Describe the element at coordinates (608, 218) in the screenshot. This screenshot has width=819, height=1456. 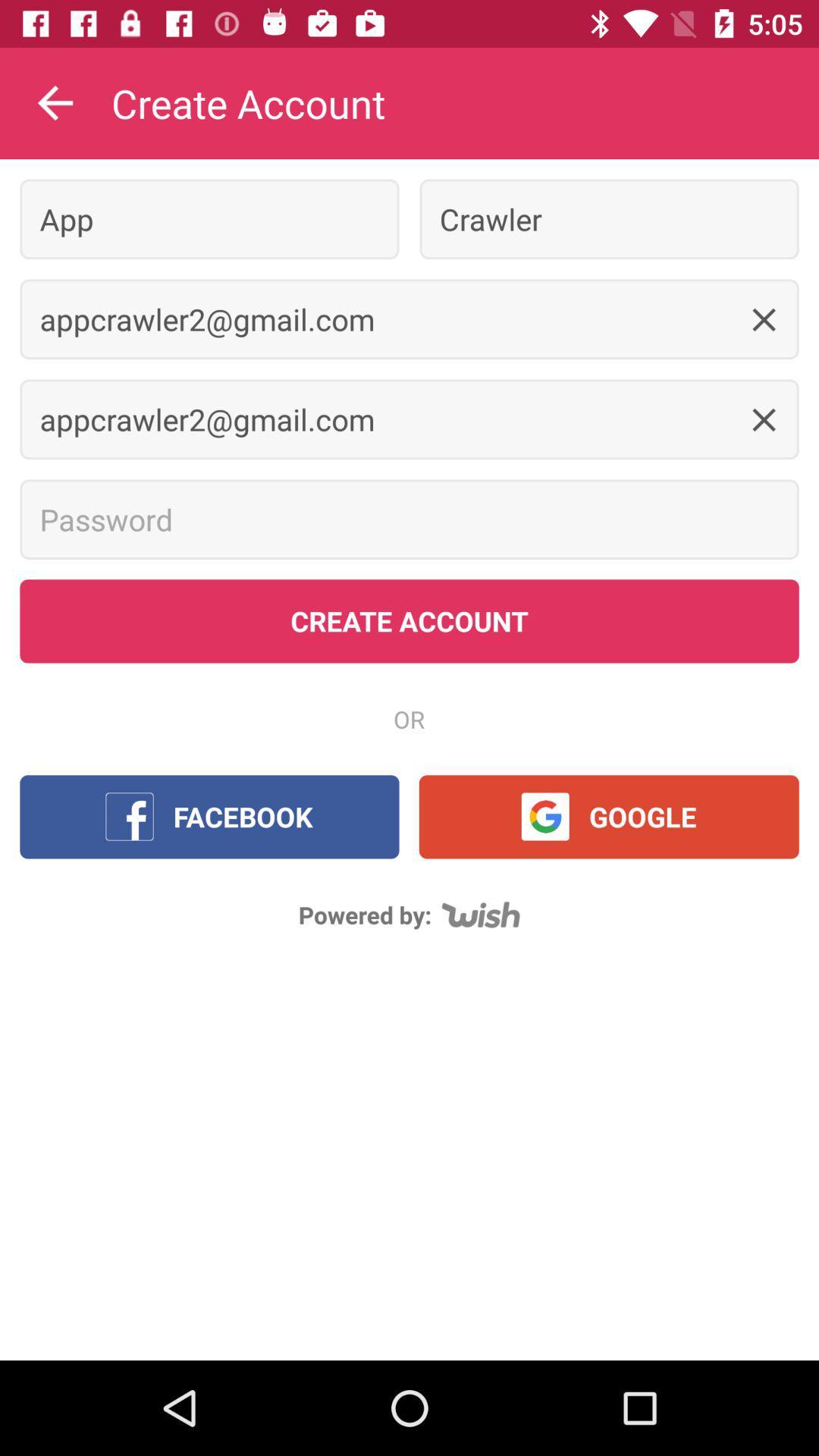
I see `the item above the appcrawler2@gmail.com icon` at that location.